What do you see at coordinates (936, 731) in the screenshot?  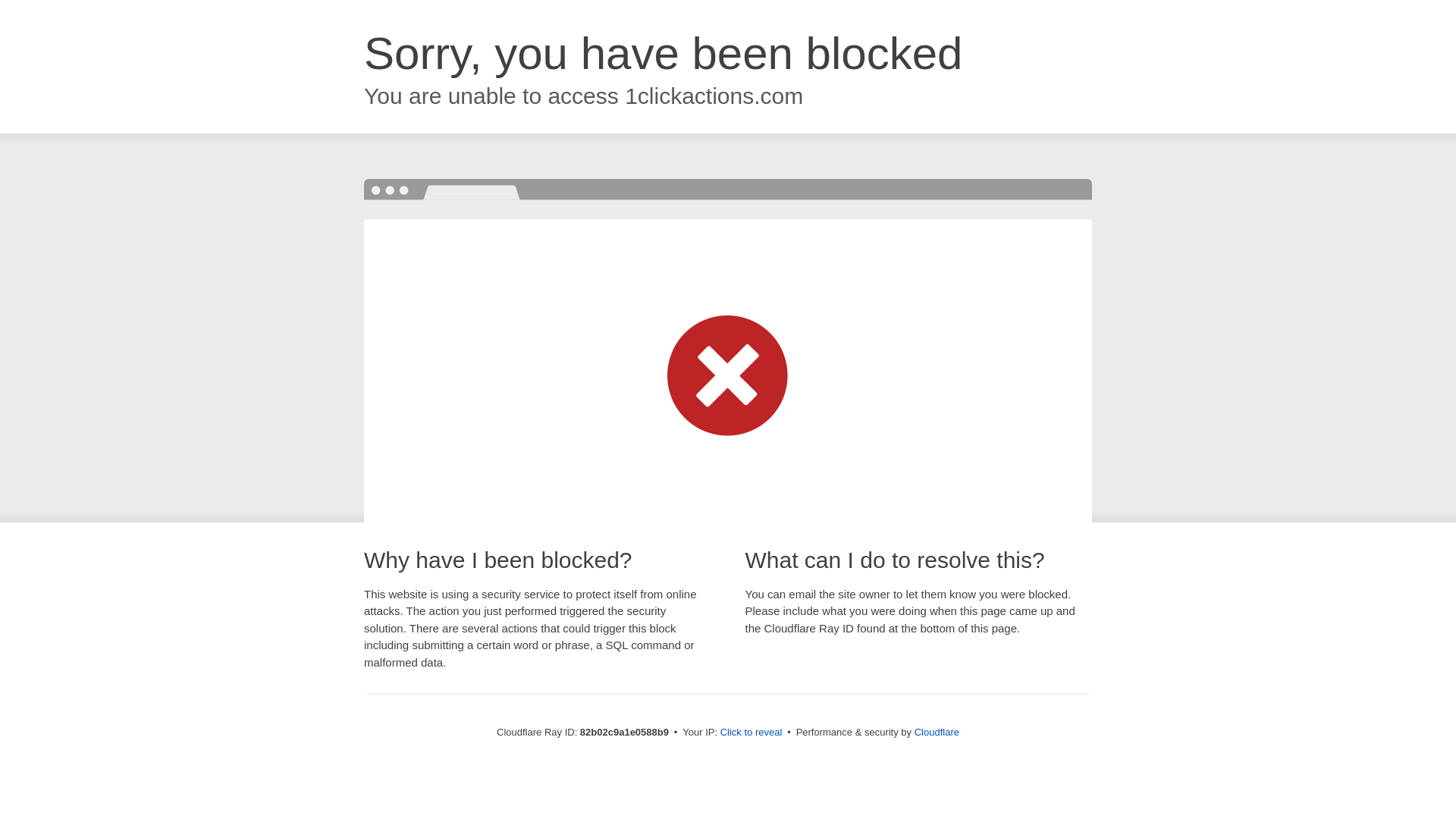 I see `'Cloudflare'` at bounding box center [936, 731].